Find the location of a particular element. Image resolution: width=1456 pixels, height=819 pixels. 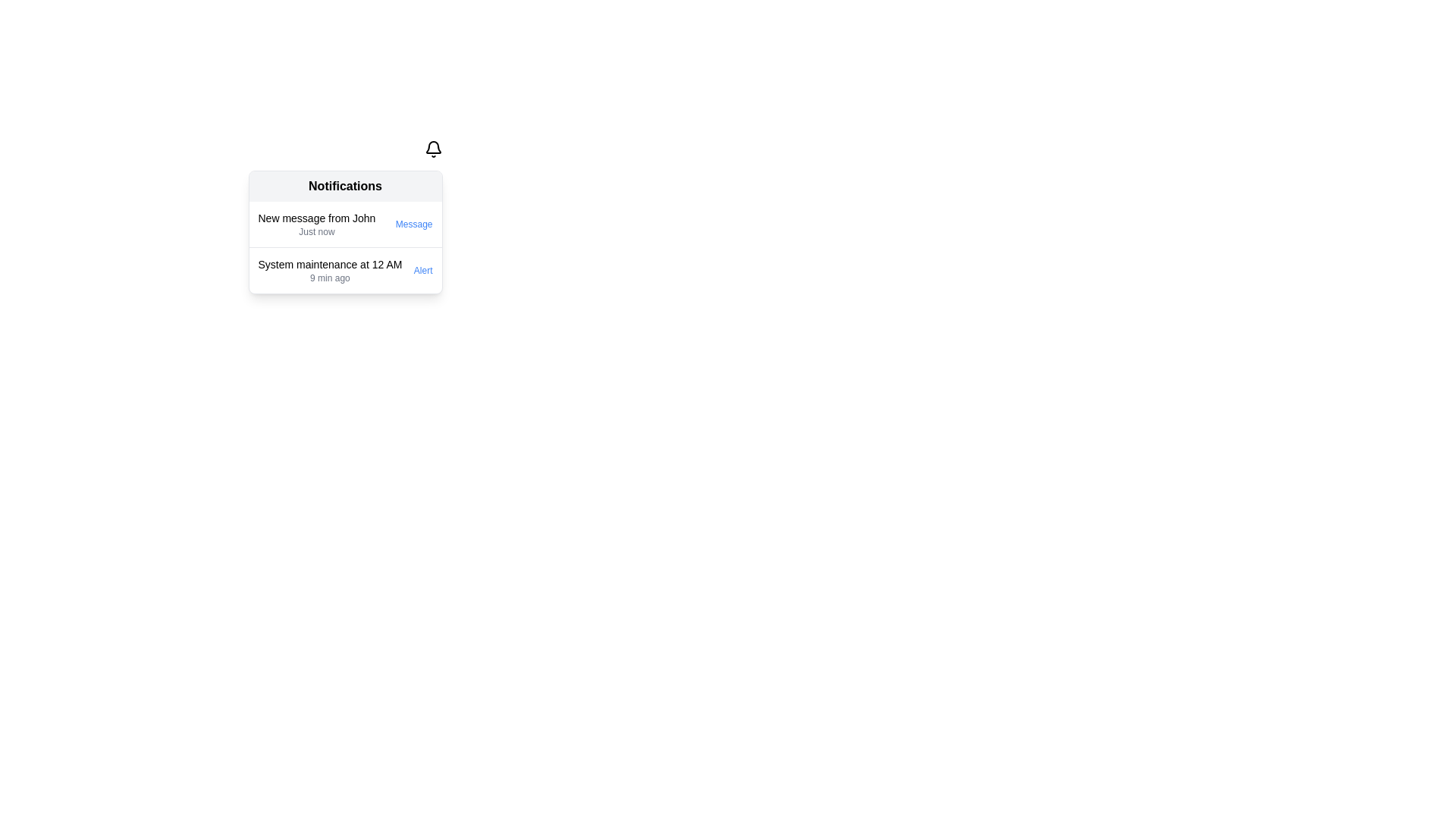

the Notification entry containing 'System maintenance at 12 AM' is located at coordinates (344, 269).